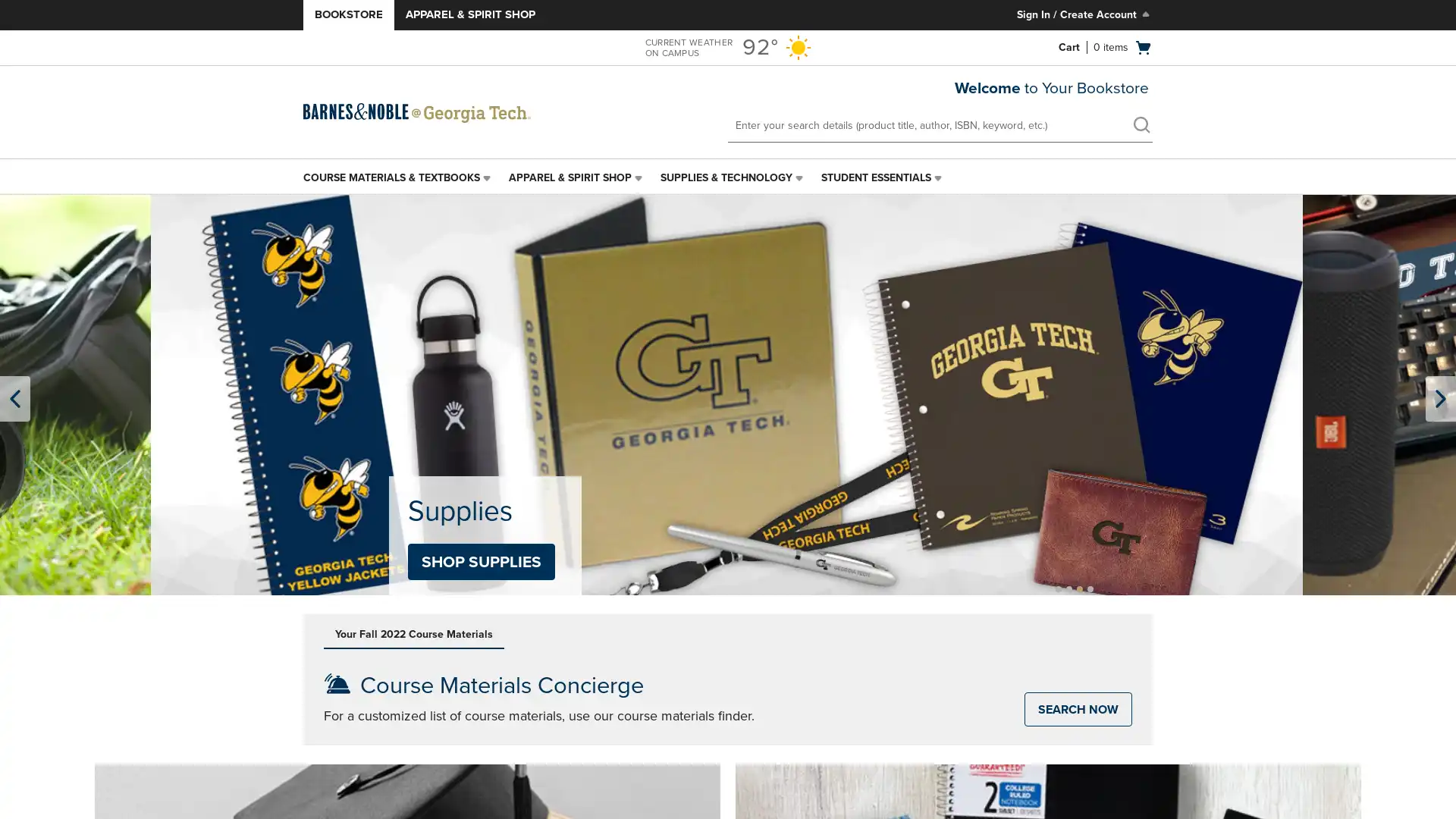  Describe the element at coordinates (1058, 588) in the screenshot. I see `Selected, Slide 1` at that location.